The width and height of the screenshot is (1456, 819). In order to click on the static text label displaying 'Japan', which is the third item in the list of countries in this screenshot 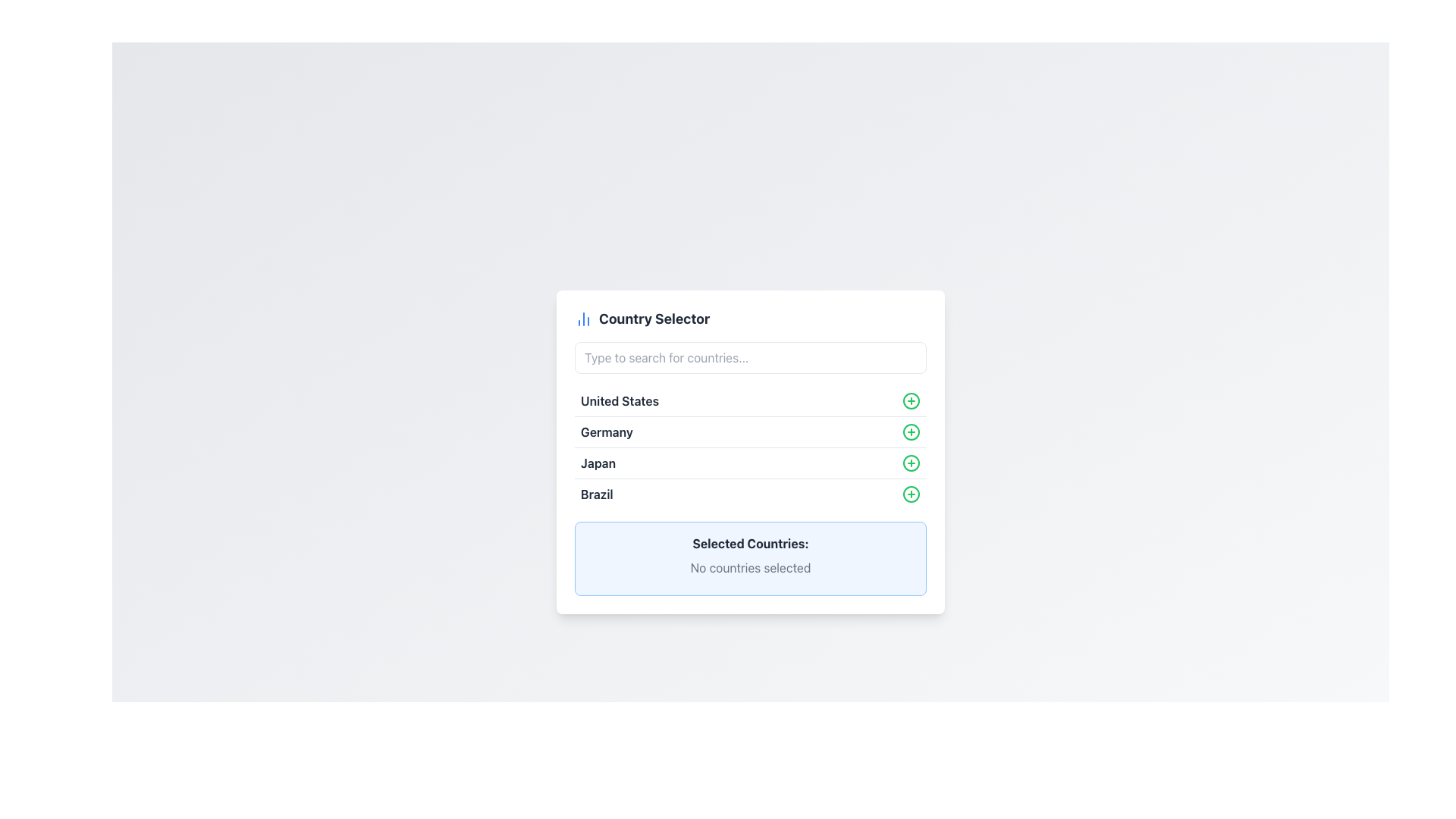, I will do `click(598, 462)`.